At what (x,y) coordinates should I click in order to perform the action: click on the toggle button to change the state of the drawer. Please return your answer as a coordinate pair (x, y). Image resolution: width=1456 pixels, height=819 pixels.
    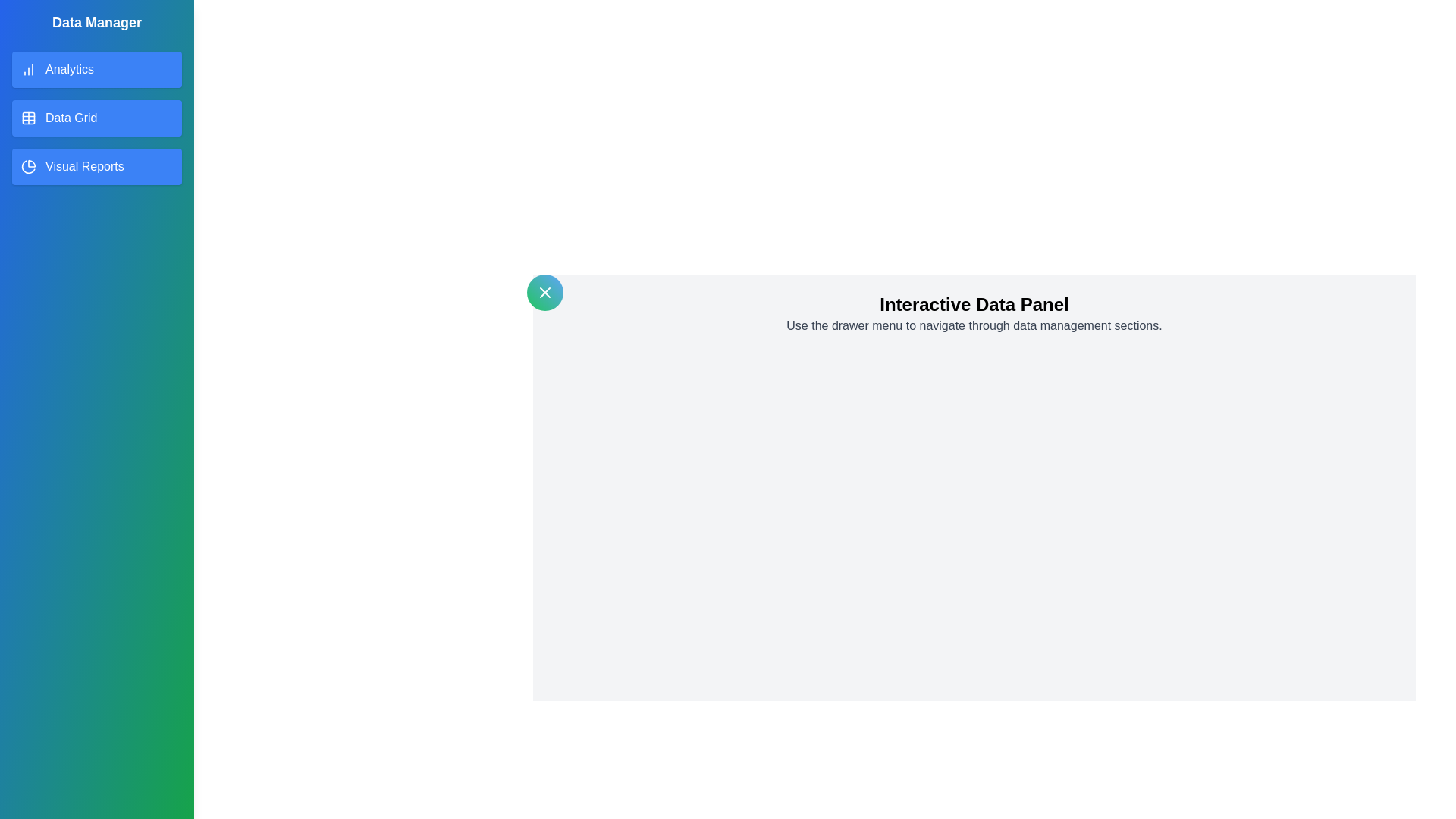
    Looking at the image, I should click on (545, 292).